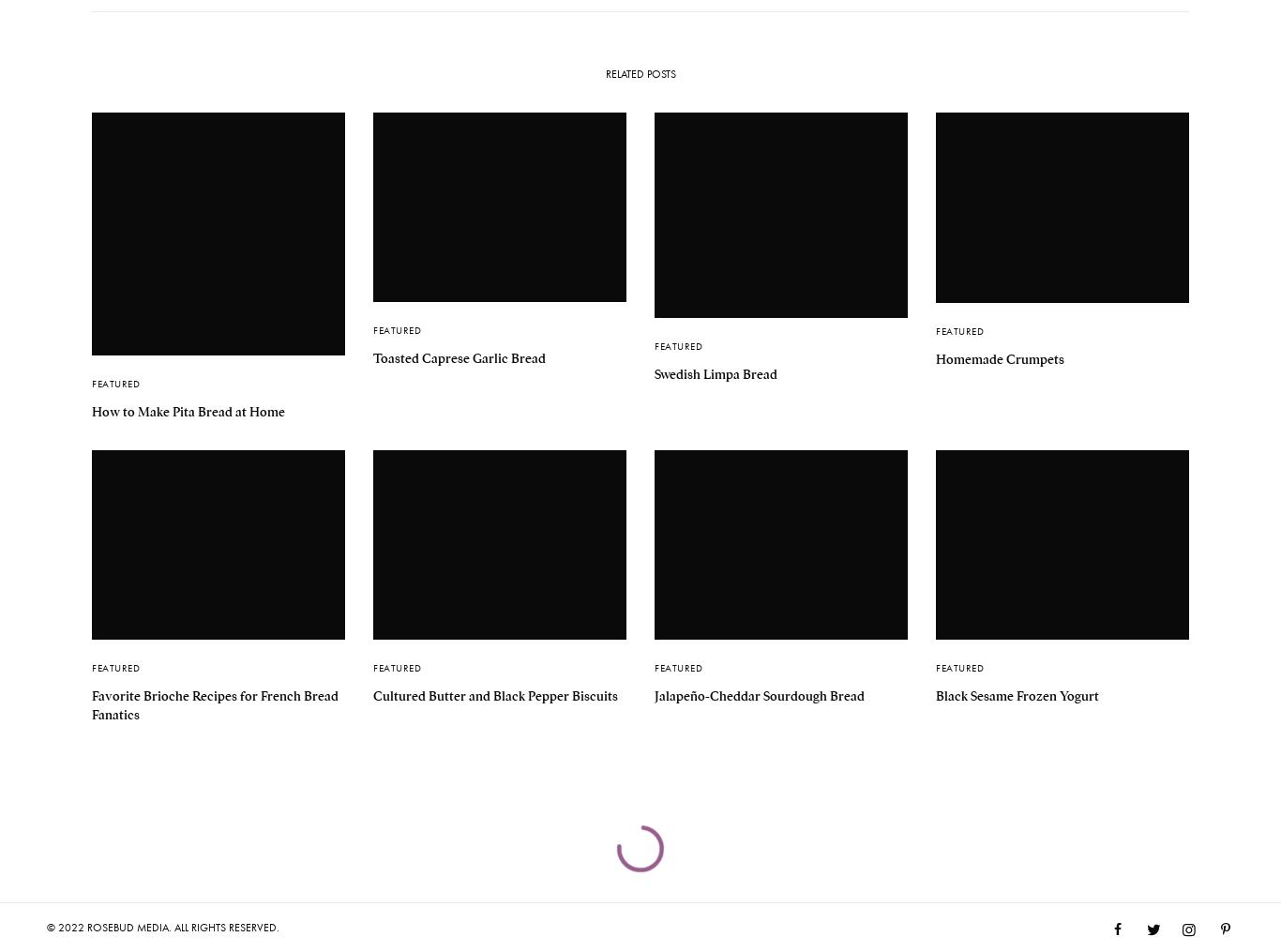  What do you see at coordinates (999, 358) in the screenshot?
I see `'Homemade Crumpets'` at bounding box center [999, 358].